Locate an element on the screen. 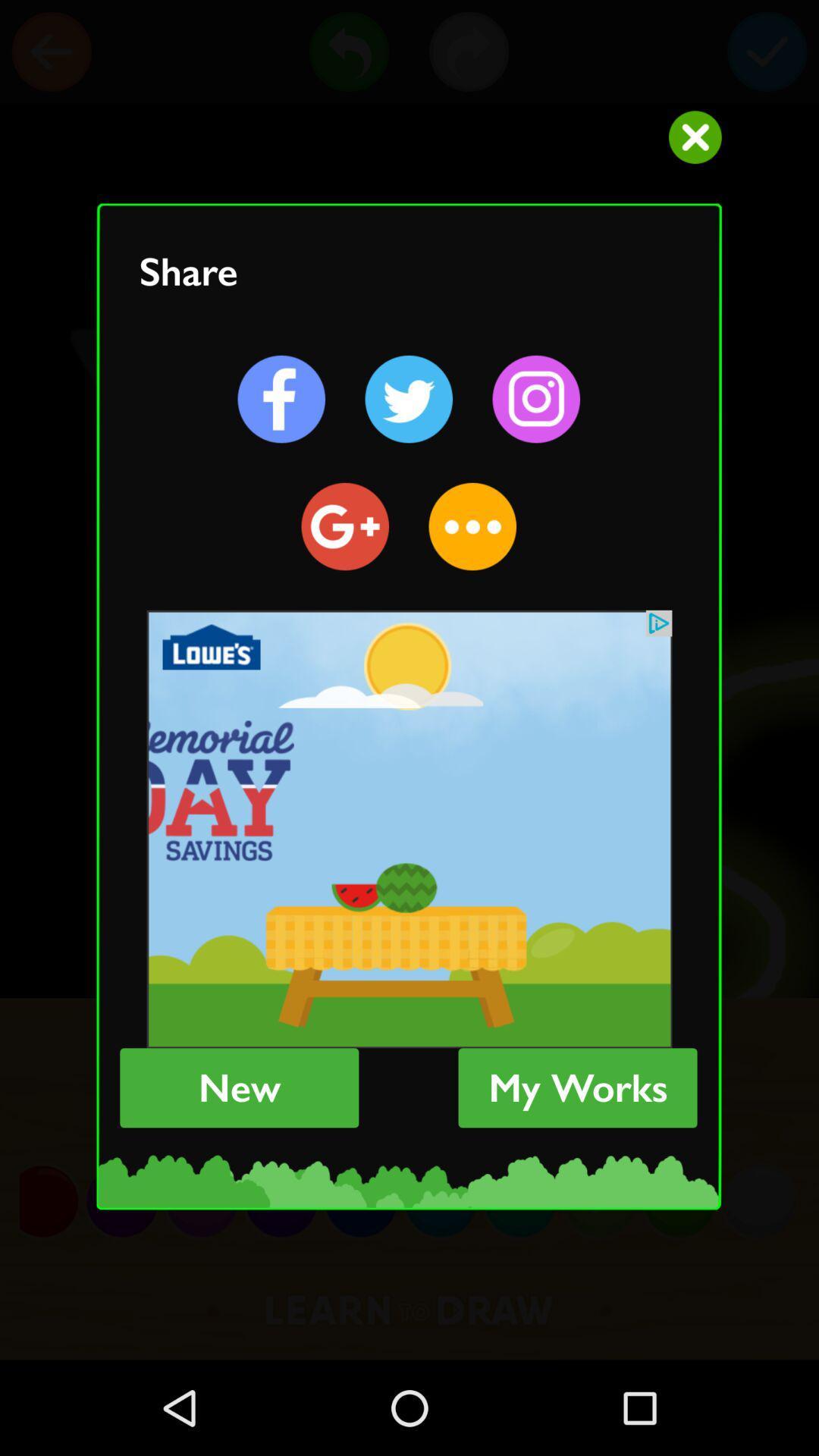 The height and width of the screenshot is (1456, 819). the more icon is located at coordinates (472, 526).